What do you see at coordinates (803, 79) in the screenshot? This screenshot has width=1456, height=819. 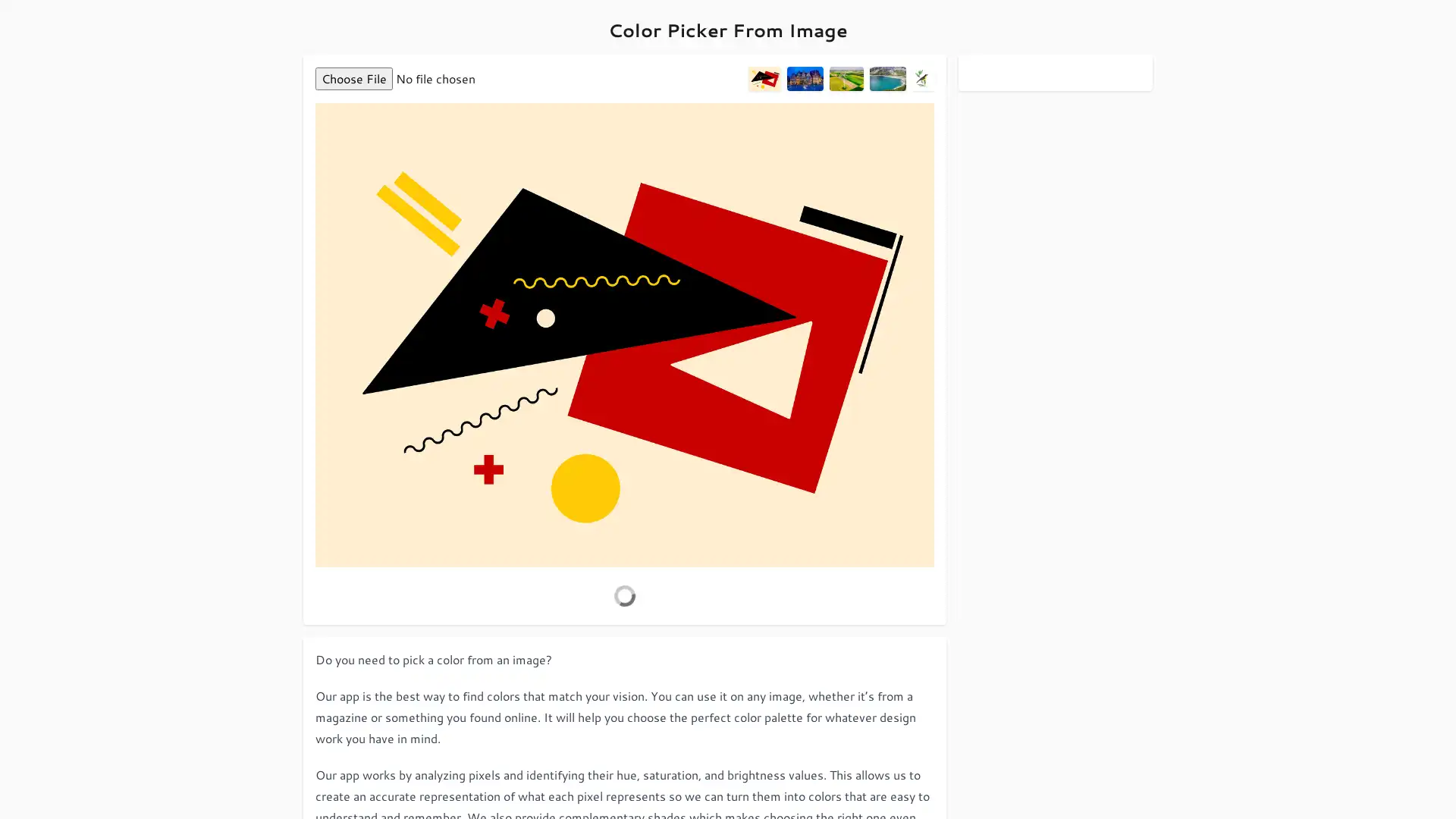 I see `example image` at bounding box center [803, 79].